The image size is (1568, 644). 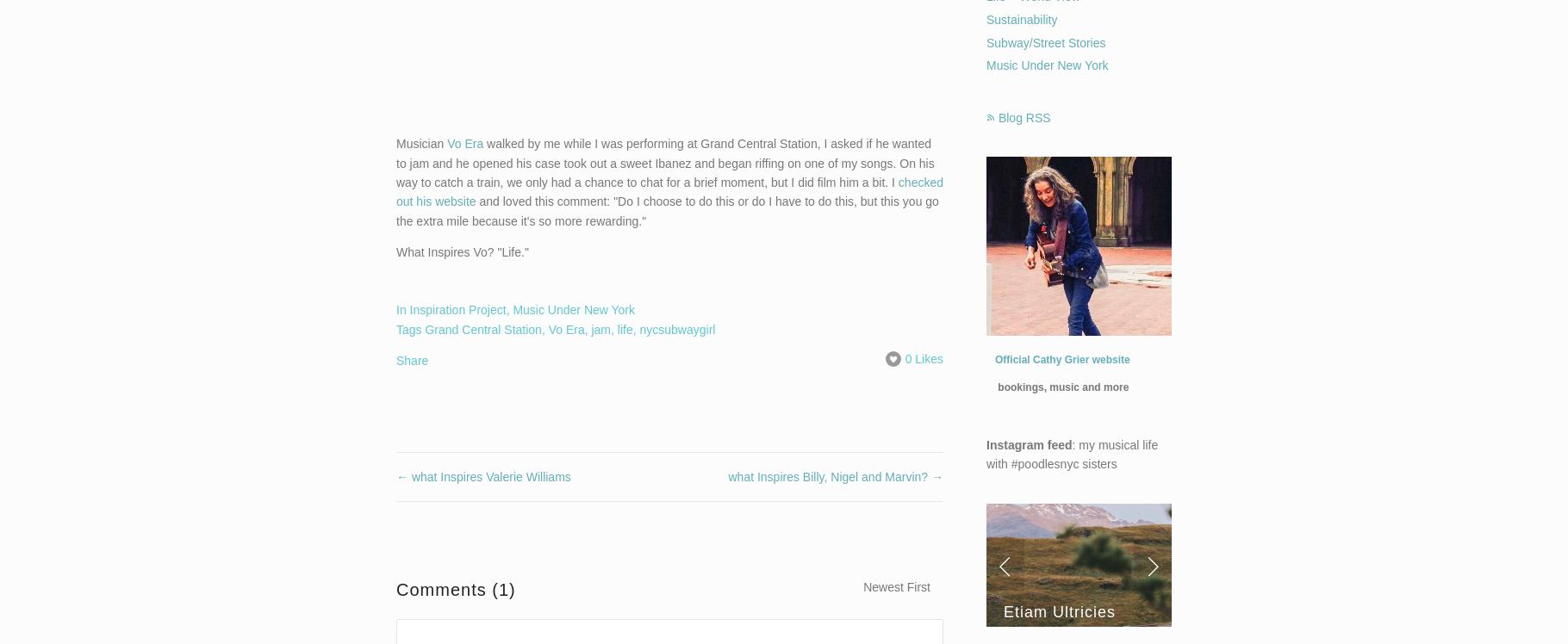 What do you see at coordinates (986, 40) in the screenshot?
I see `'Subway/Street Stories'` at bounding box center [986, 40].